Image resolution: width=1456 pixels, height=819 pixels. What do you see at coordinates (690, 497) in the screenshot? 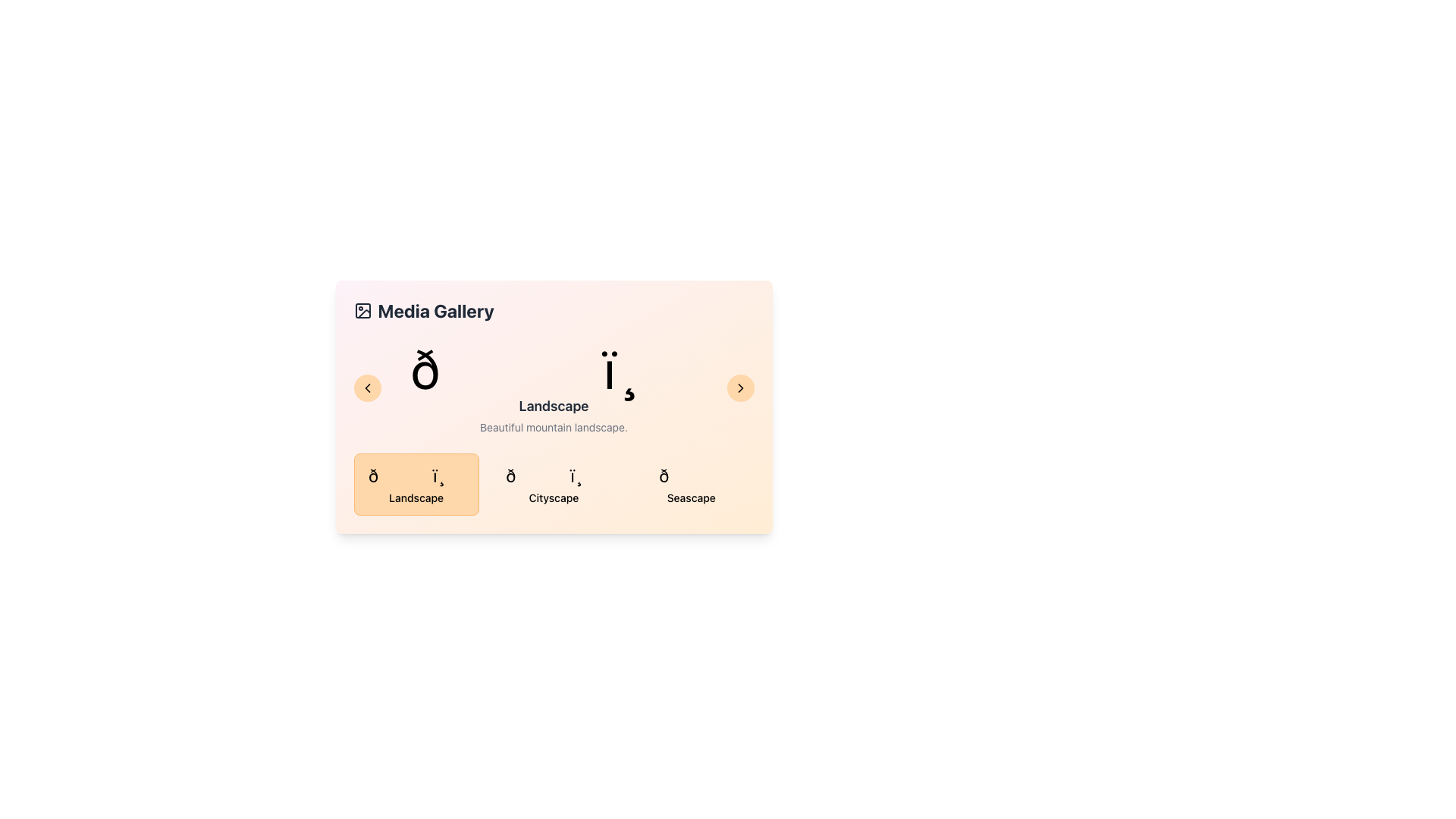
I see `the text label located in the bottom row of the selectable grid under the 'Media Gallery' section, positioned to the far-right and below the emoji-like symbol associated with 'Seascape'` at bounding box center [690, 497].